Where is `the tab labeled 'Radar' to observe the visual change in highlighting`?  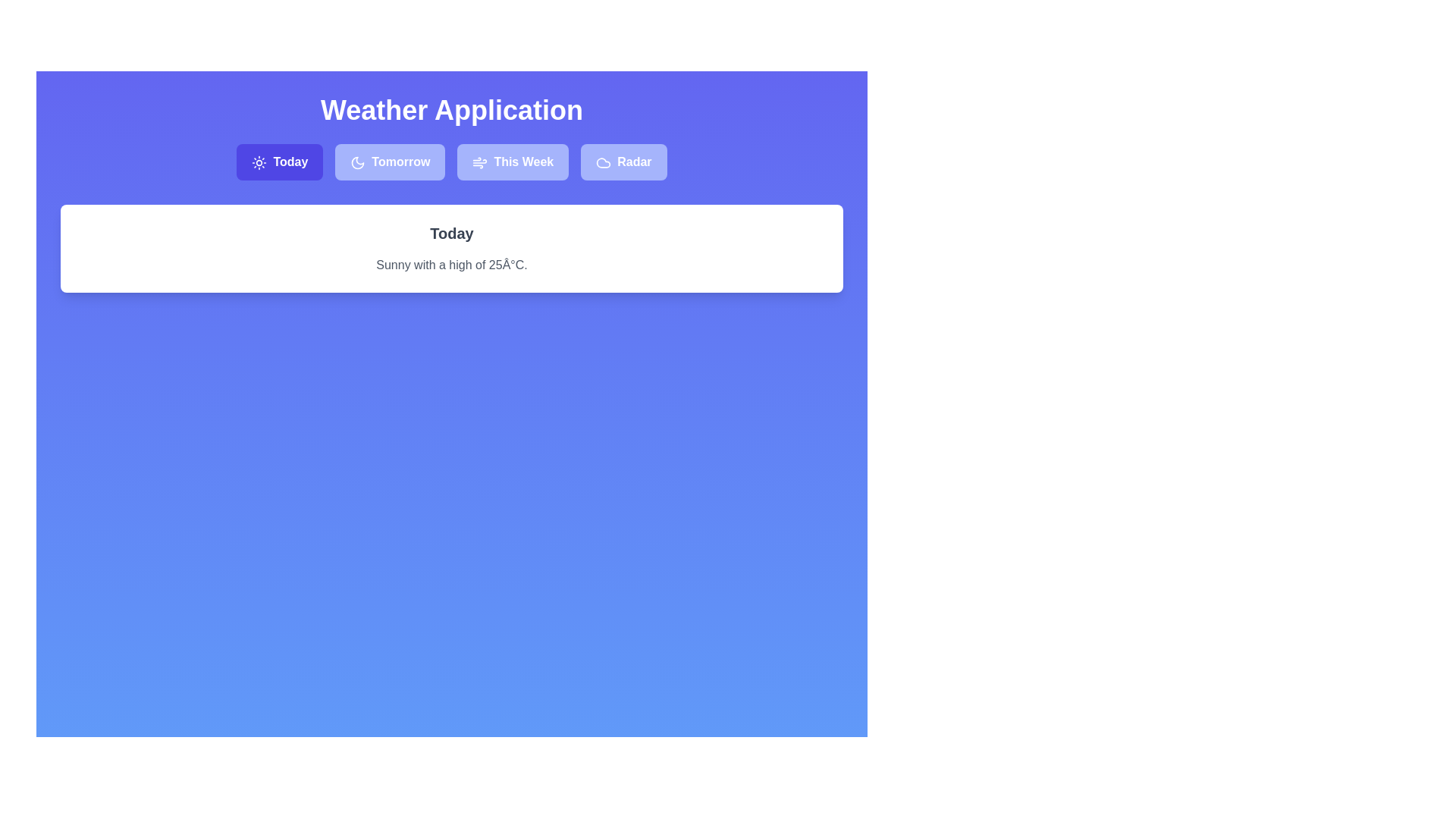
the tab labeled 'Radar' to observe the visual change in highlighting is located at coordinates (623, 162).